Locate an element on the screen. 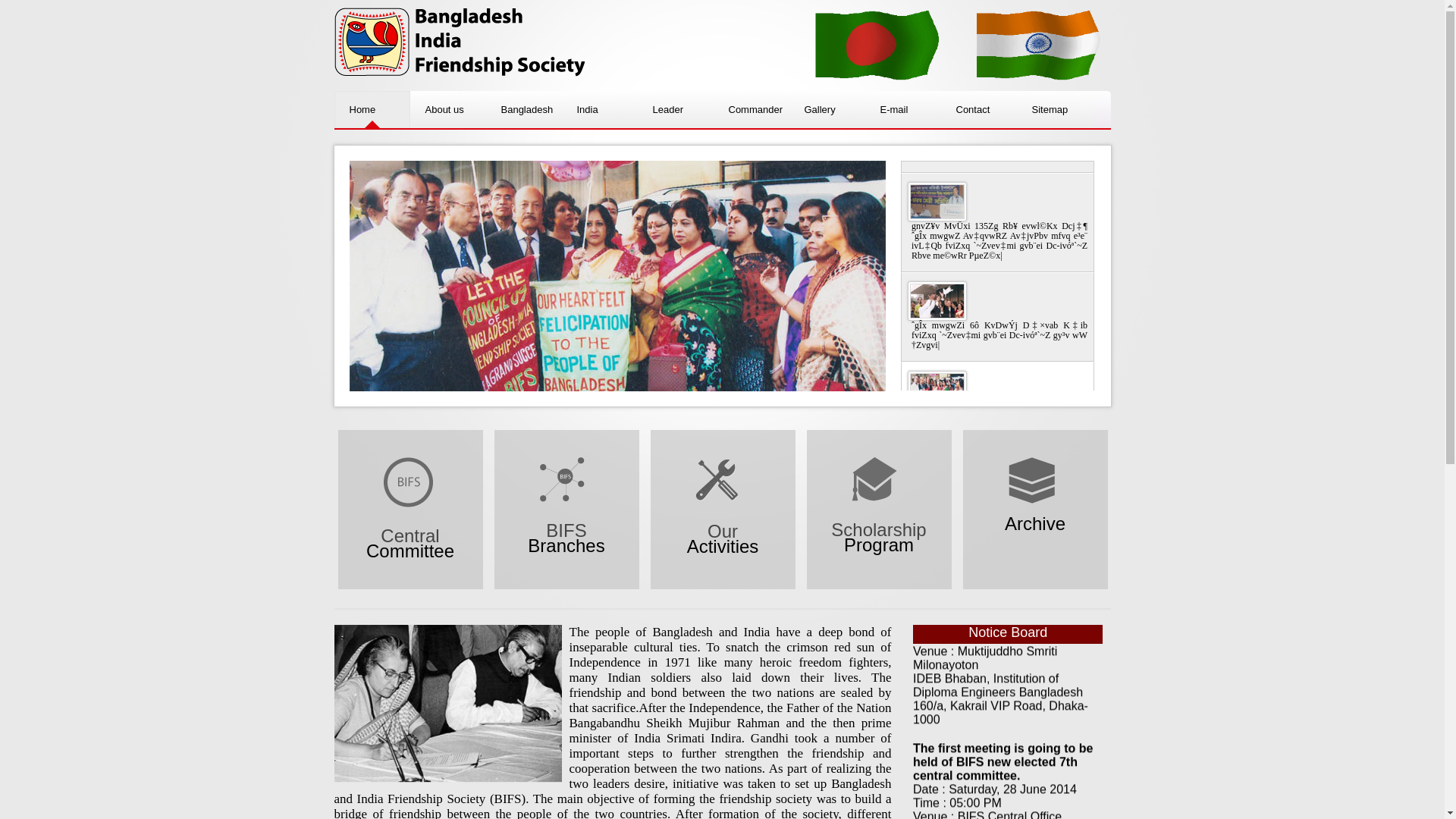 Image resolution: width=1456 pixels, height=819 pixels. 'BIFS' is located at coordinates (457, 43).